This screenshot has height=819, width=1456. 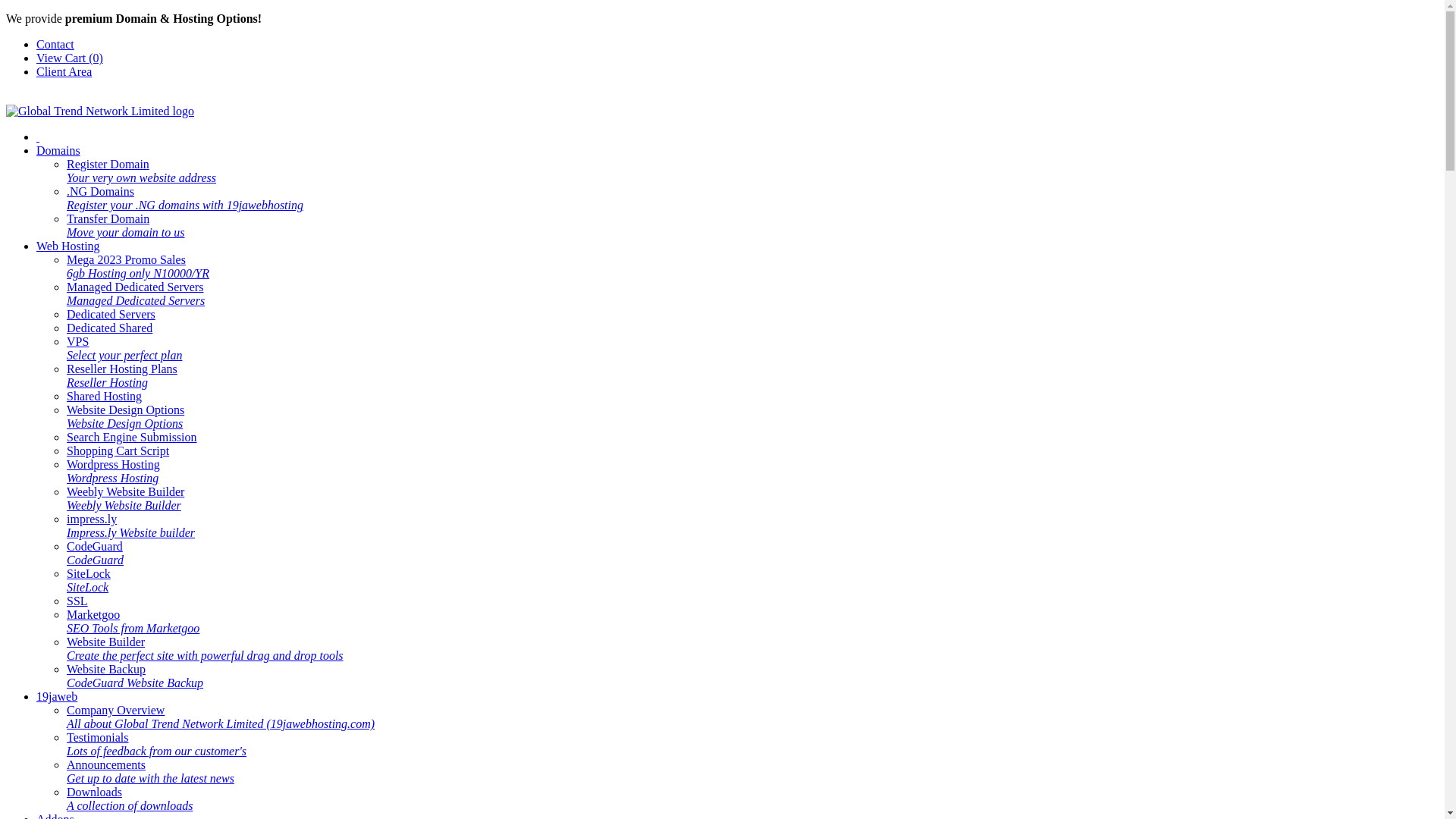 What do you see at coordinates (124, 348) in the screenshot?
I see `'VPS` at bounding box center [124, 348].